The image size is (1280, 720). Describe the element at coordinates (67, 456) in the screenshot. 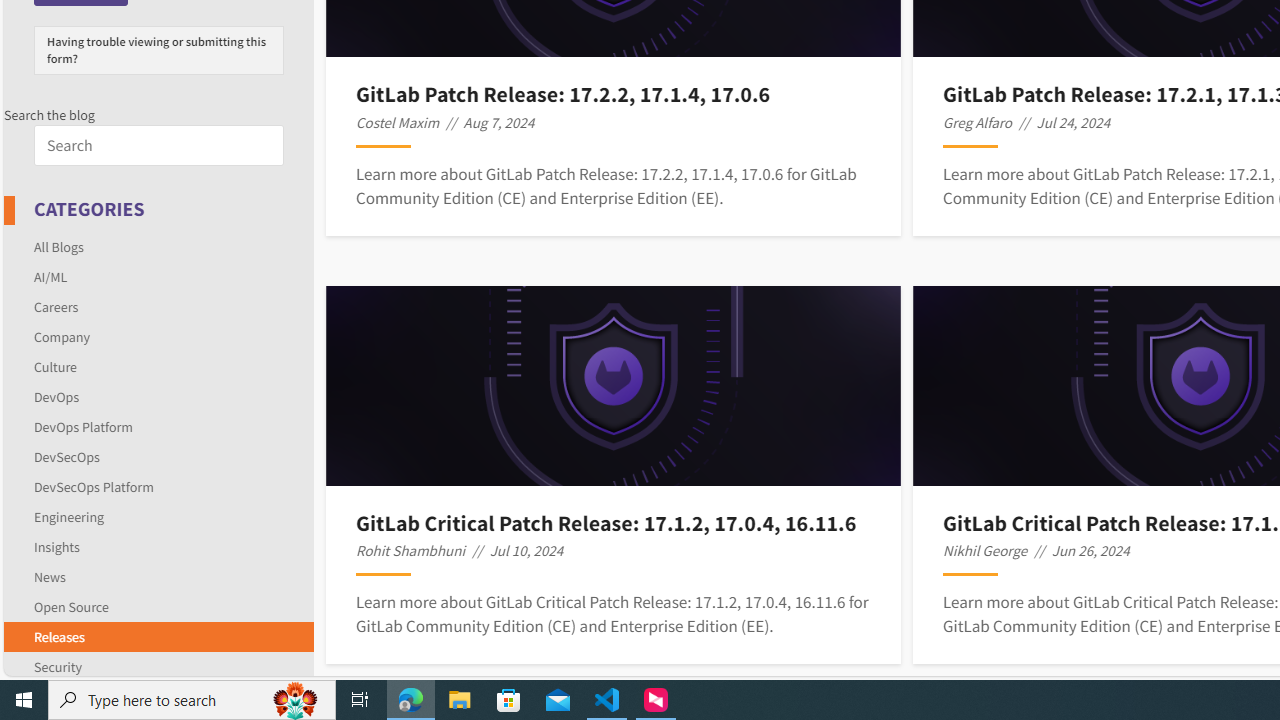

I see `'DevSecOps'` at that location.